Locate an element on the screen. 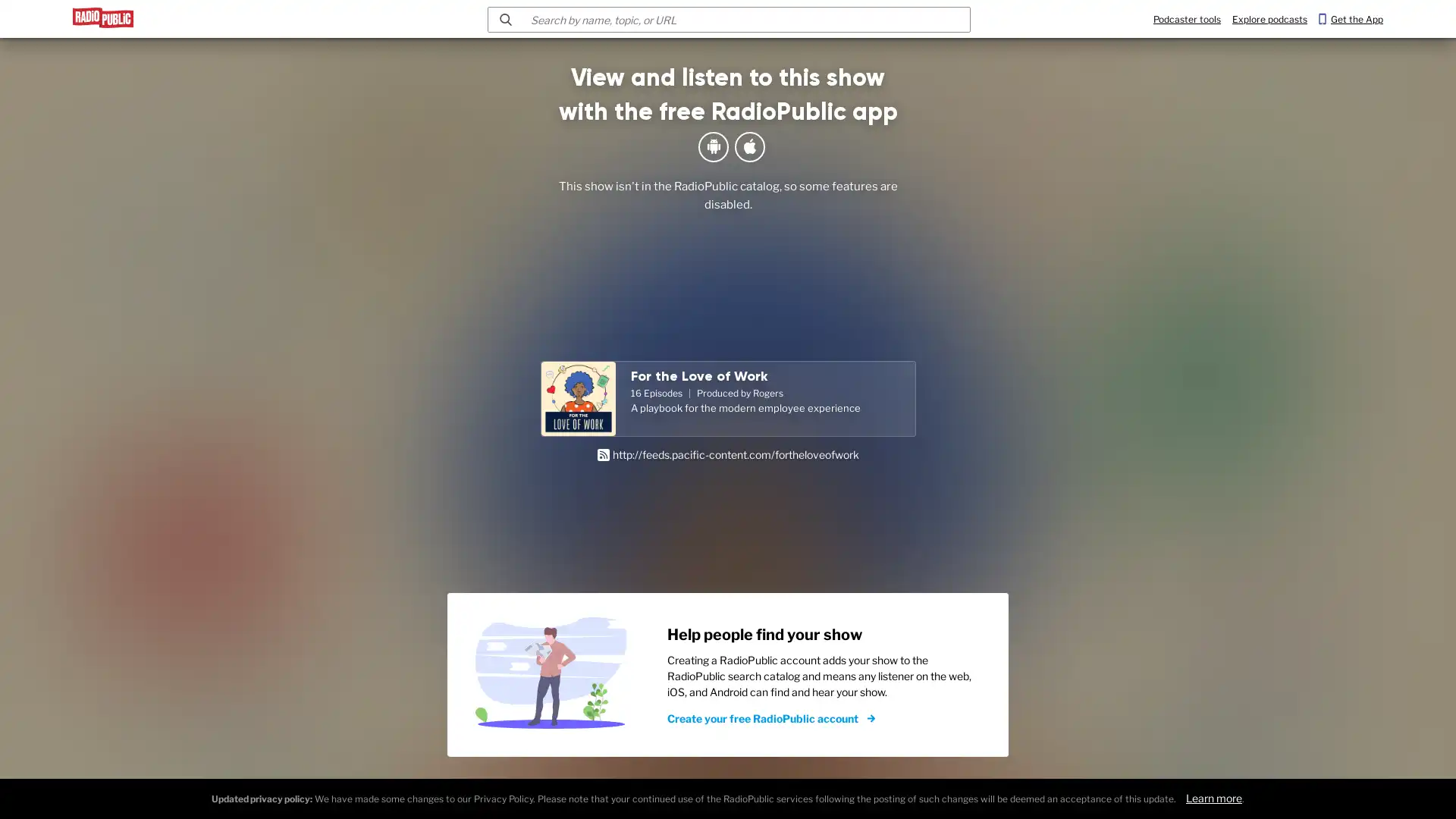  Download RadioPublic for Android is located at coordinates (712, 146).